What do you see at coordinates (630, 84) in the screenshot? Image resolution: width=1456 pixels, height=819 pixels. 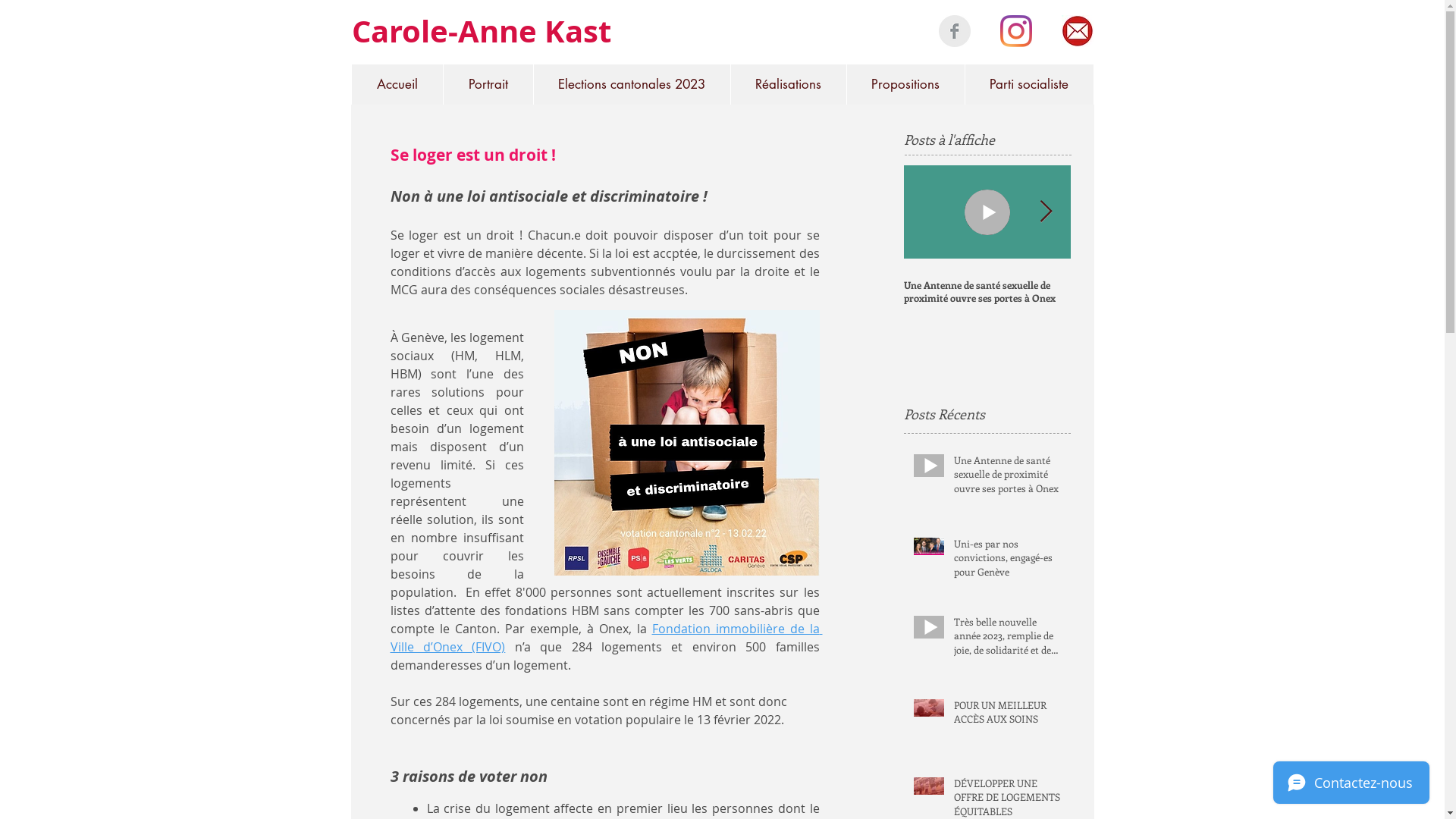 I see `'Elections cantonales 2023'` at bounding box center [630, 84].